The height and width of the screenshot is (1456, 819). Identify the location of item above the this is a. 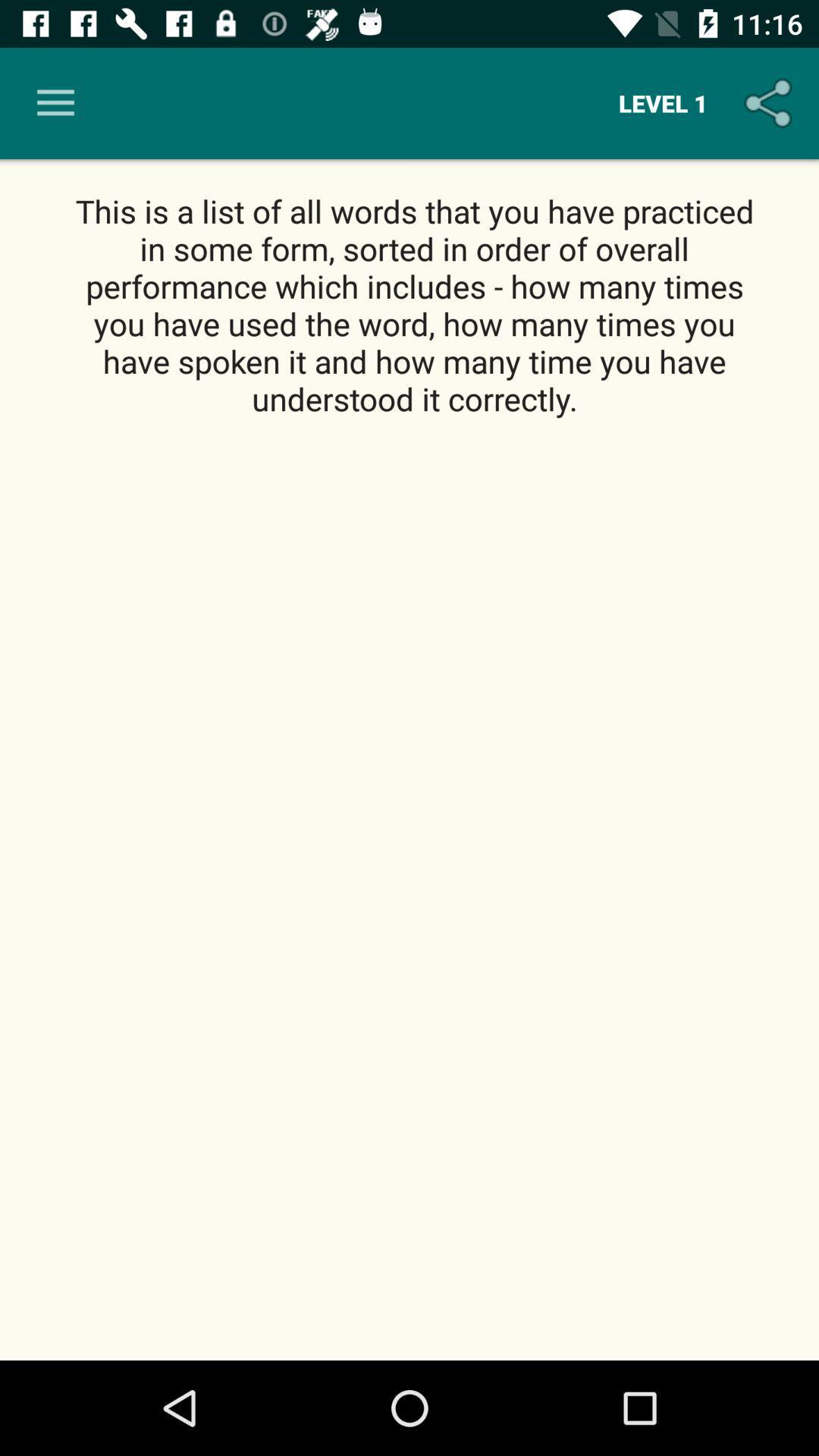
(662, 102).